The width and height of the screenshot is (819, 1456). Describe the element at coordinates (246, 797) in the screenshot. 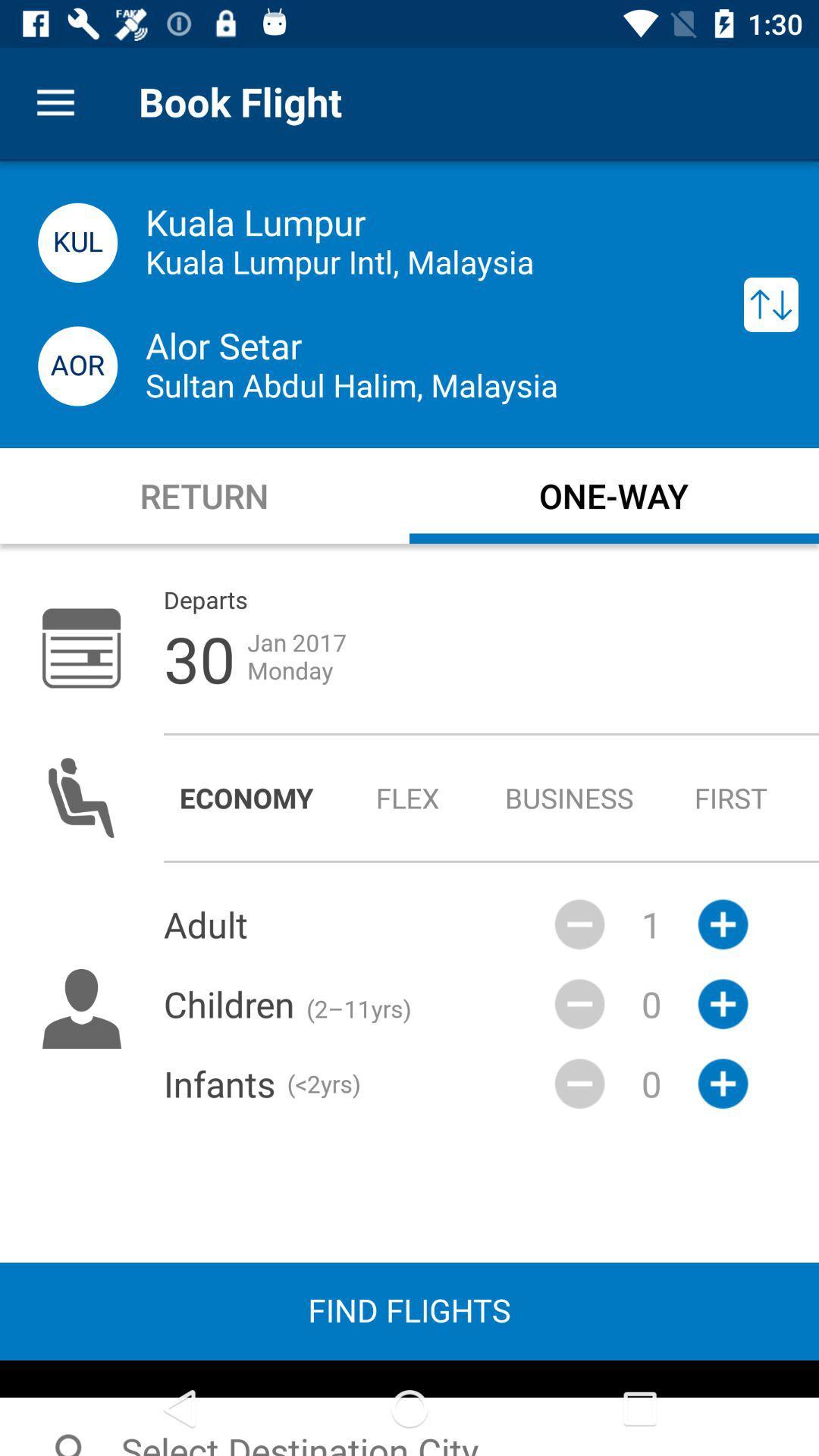

I see `icon to the left of flex` at that location.